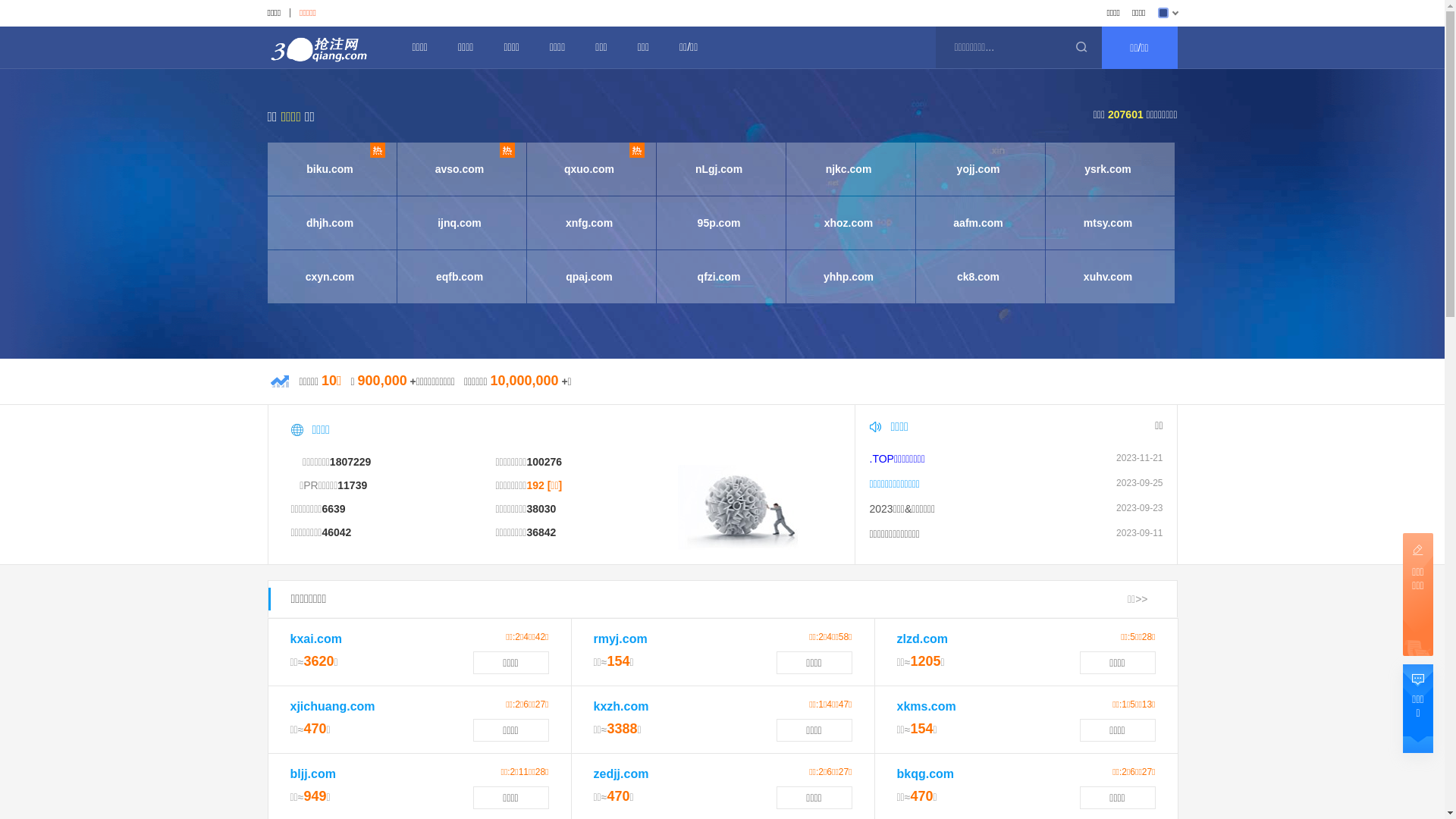  What do you see at coordinates (320, 509) in the screenshot?
I see `'6639'` at bounding box center [320, 509].